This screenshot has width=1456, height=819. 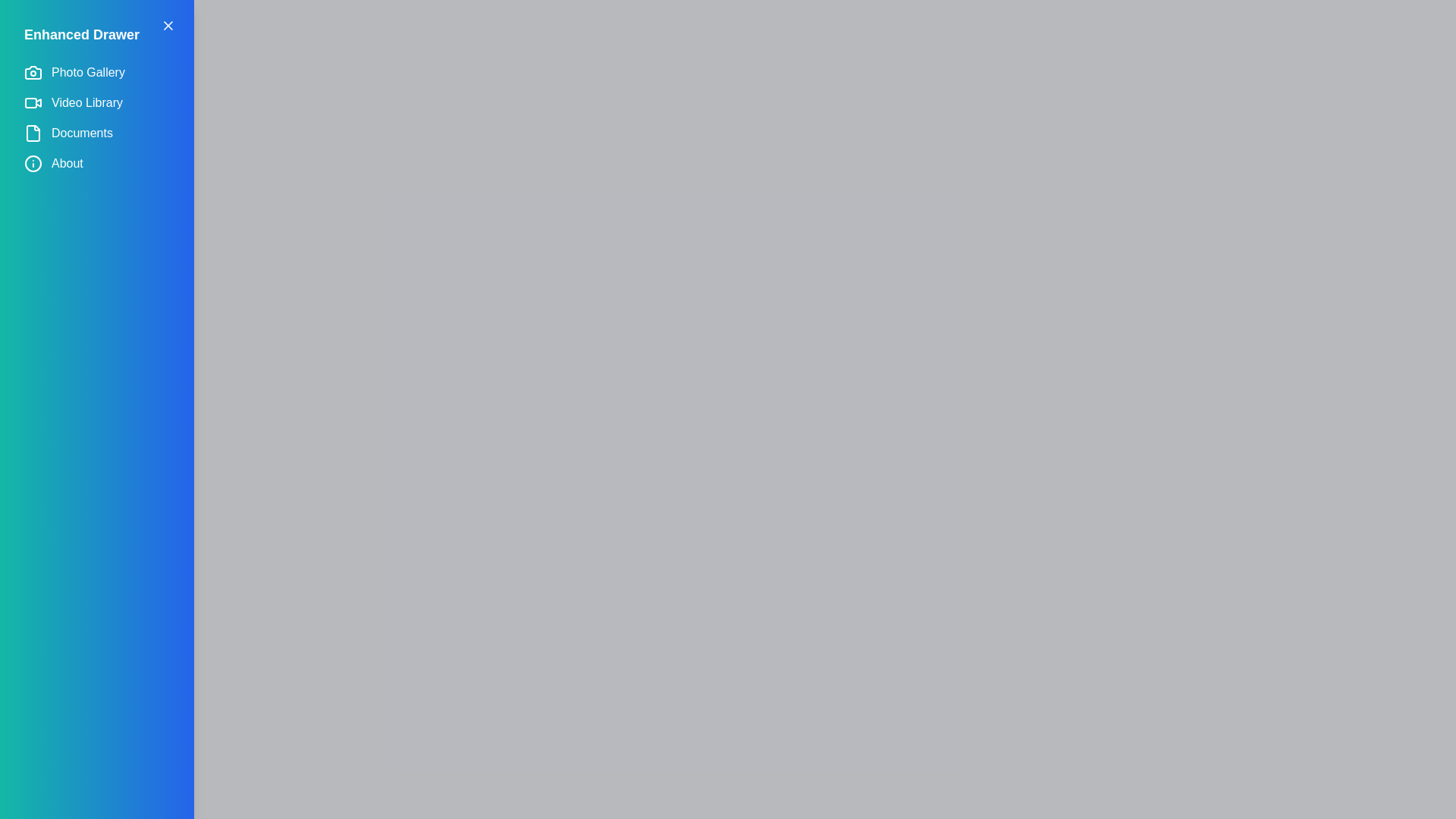 I want to click on the 'X' icon in the top-right corner of the sidebar, so click(x=168, y=26).